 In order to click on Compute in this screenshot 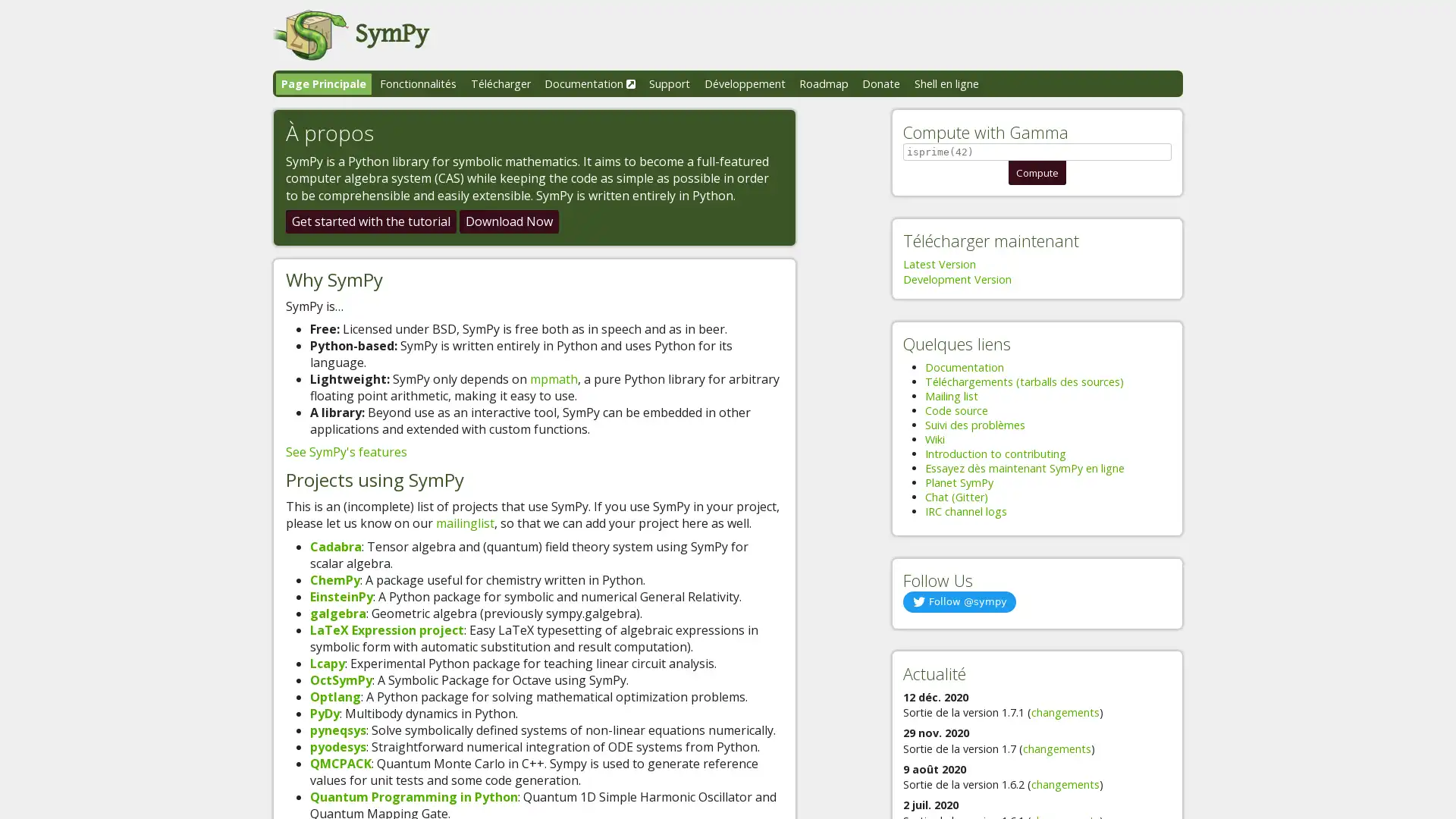, I will do `click(1037, 171)`.